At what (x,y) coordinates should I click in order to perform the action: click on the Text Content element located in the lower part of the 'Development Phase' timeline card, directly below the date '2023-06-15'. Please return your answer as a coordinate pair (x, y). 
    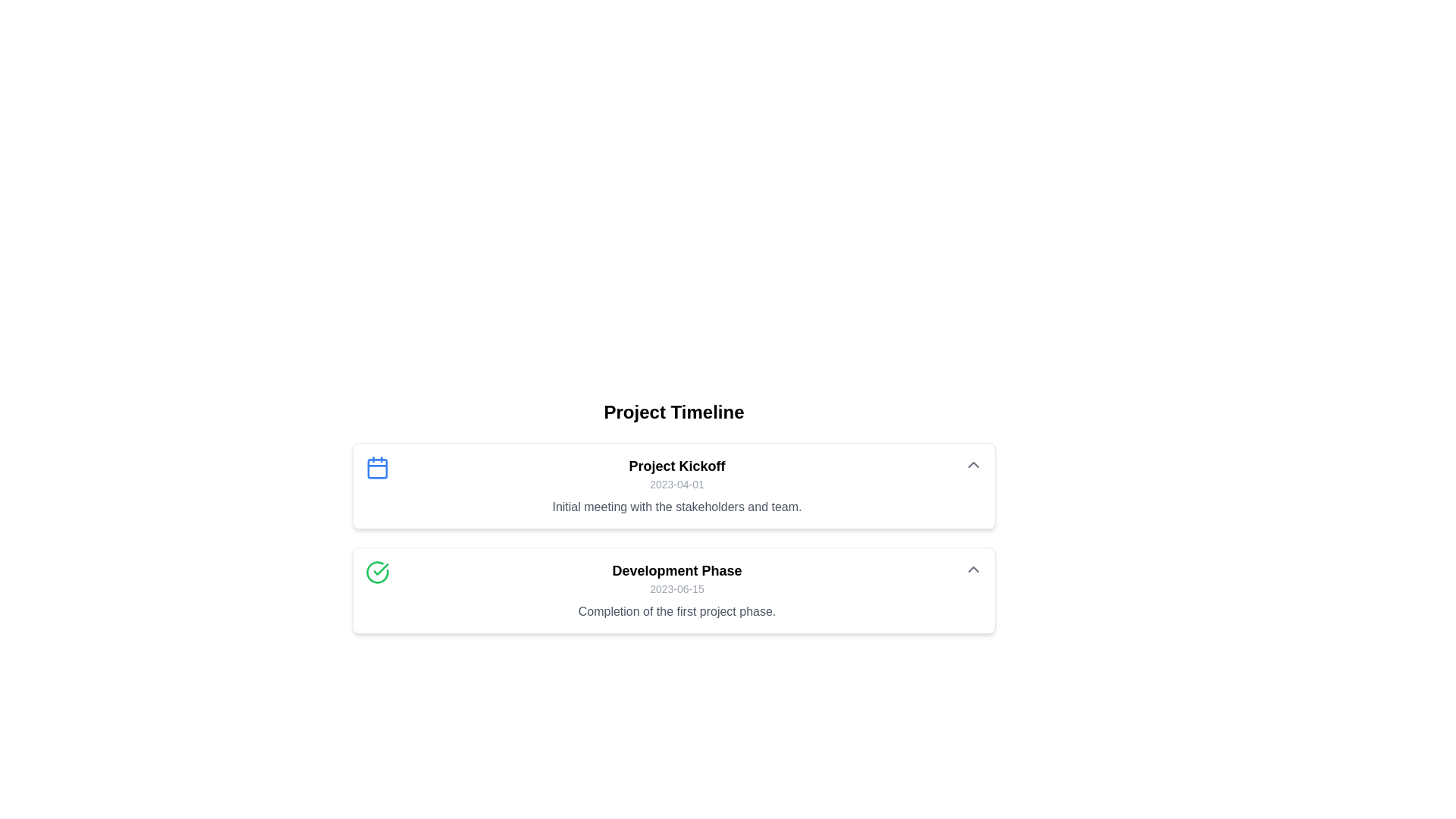
    Looking at the image, I should click on (676, 610).